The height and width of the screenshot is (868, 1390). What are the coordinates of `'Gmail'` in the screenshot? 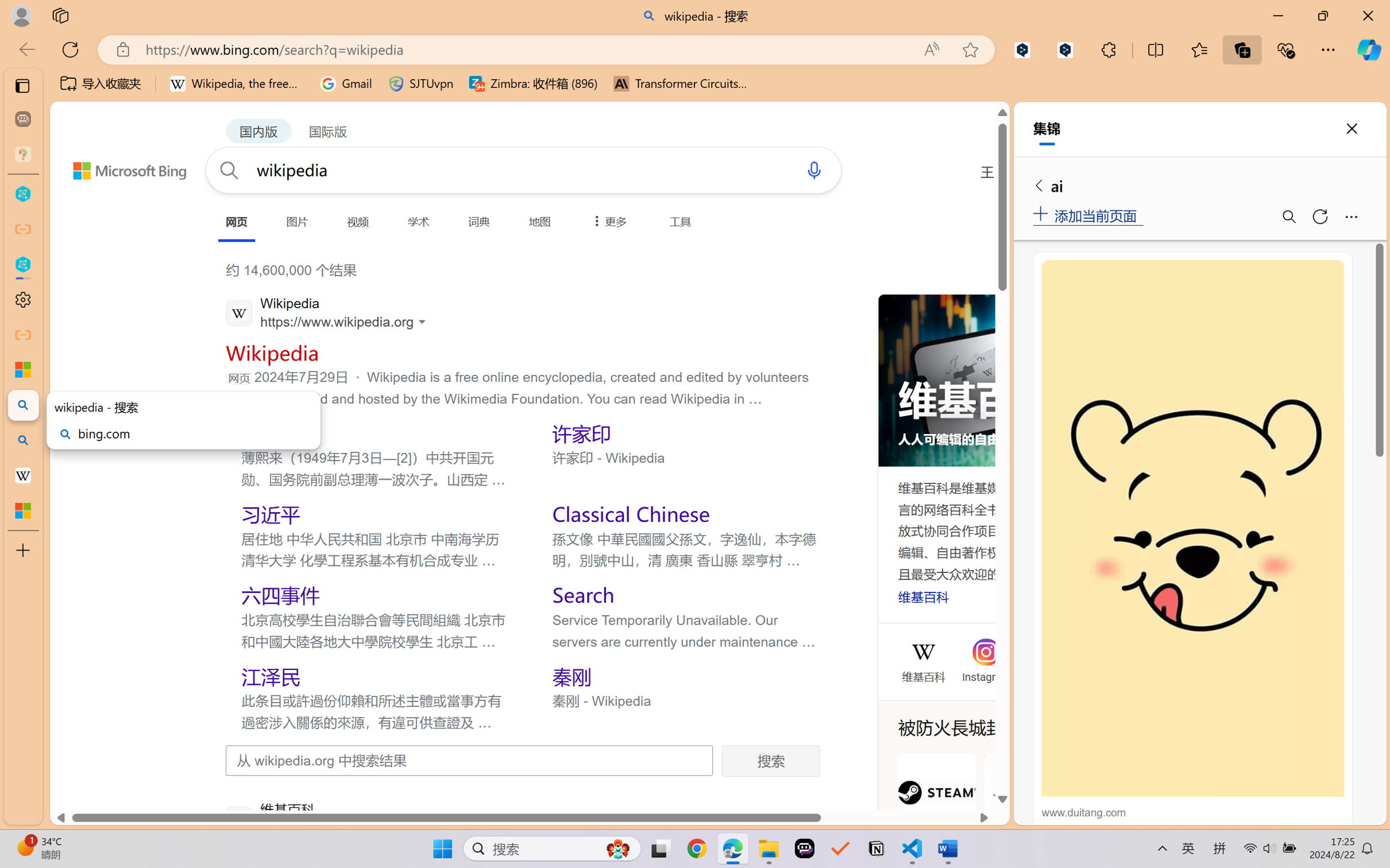 It's located at (345, 83).